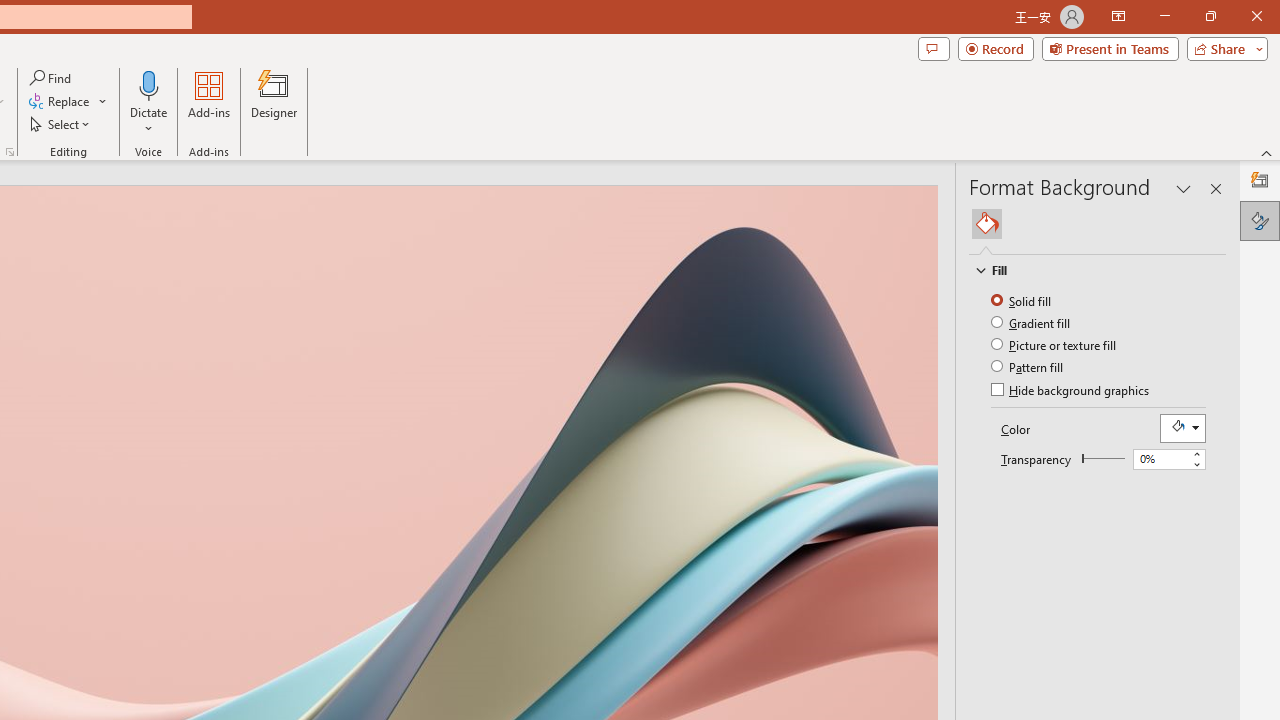 This screenshot has width=1280, height=720. I want to click on 'Picture or texture fill', so click(1054, 343).